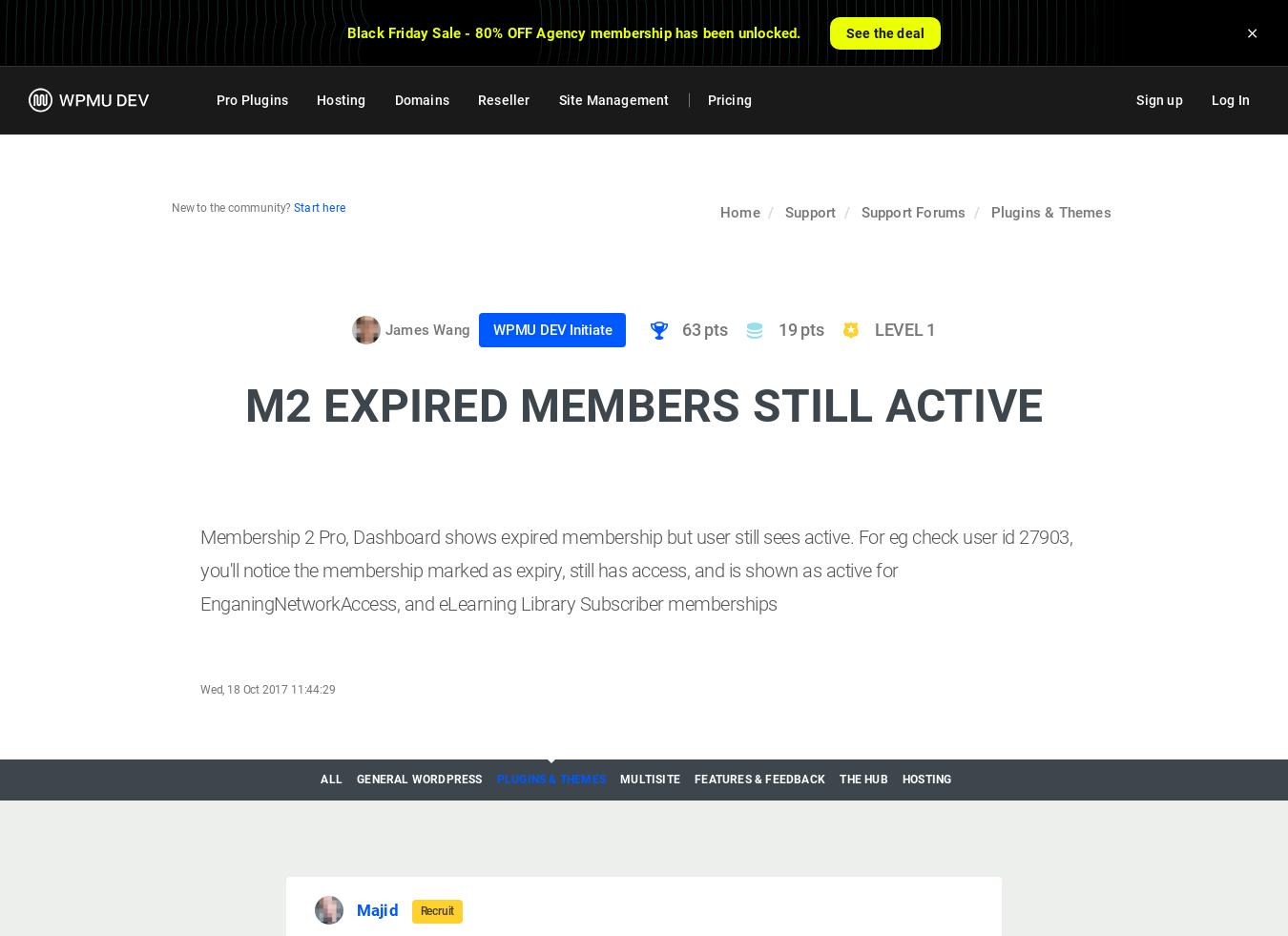  Describe the element at coordinates (613, 98) in the screenshot. I see `'Site Management'` at that location.